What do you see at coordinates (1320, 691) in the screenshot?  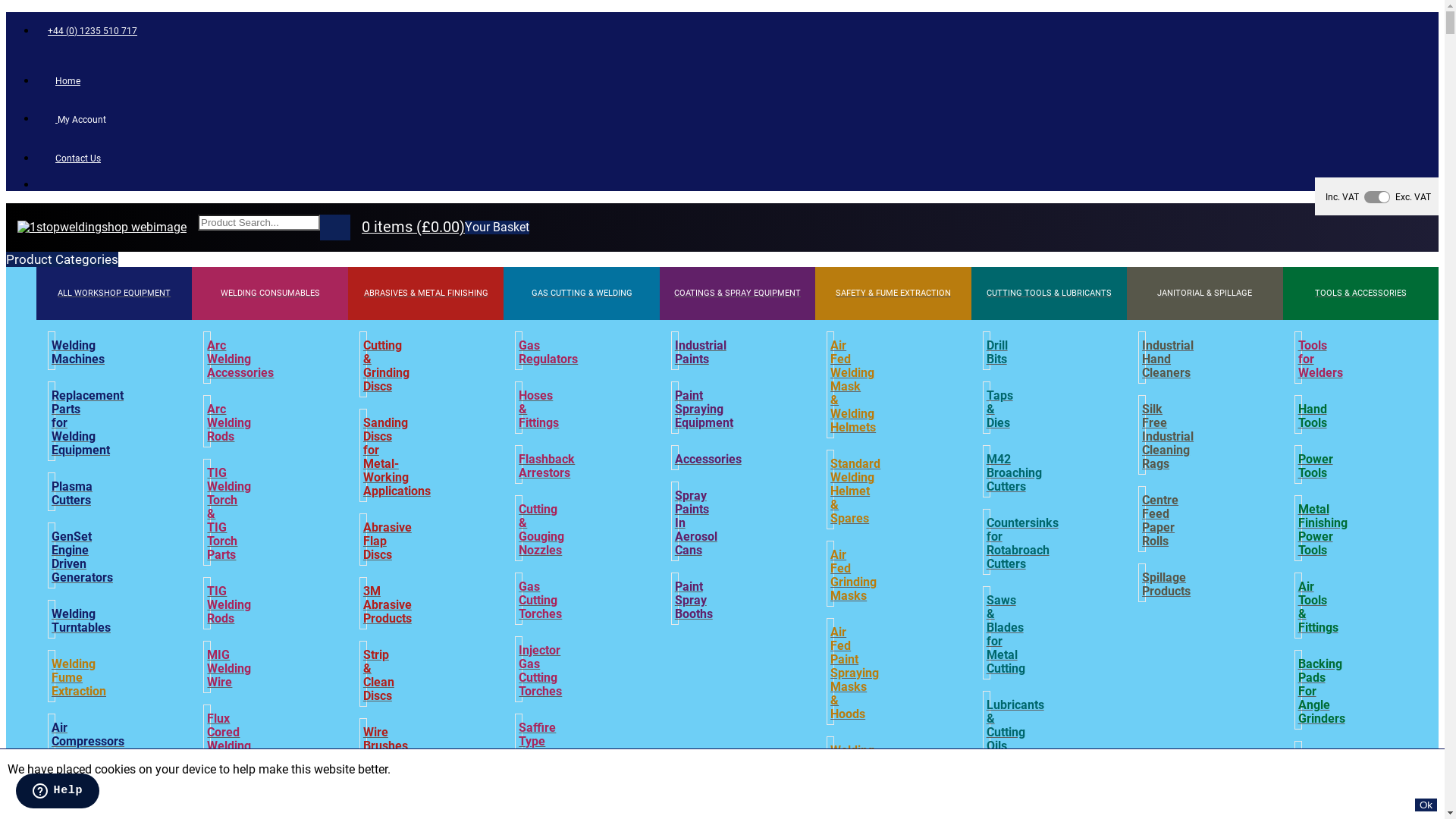 I see `'Backing Pads For Angle Grinders'` at bounding box center [1320, 691].